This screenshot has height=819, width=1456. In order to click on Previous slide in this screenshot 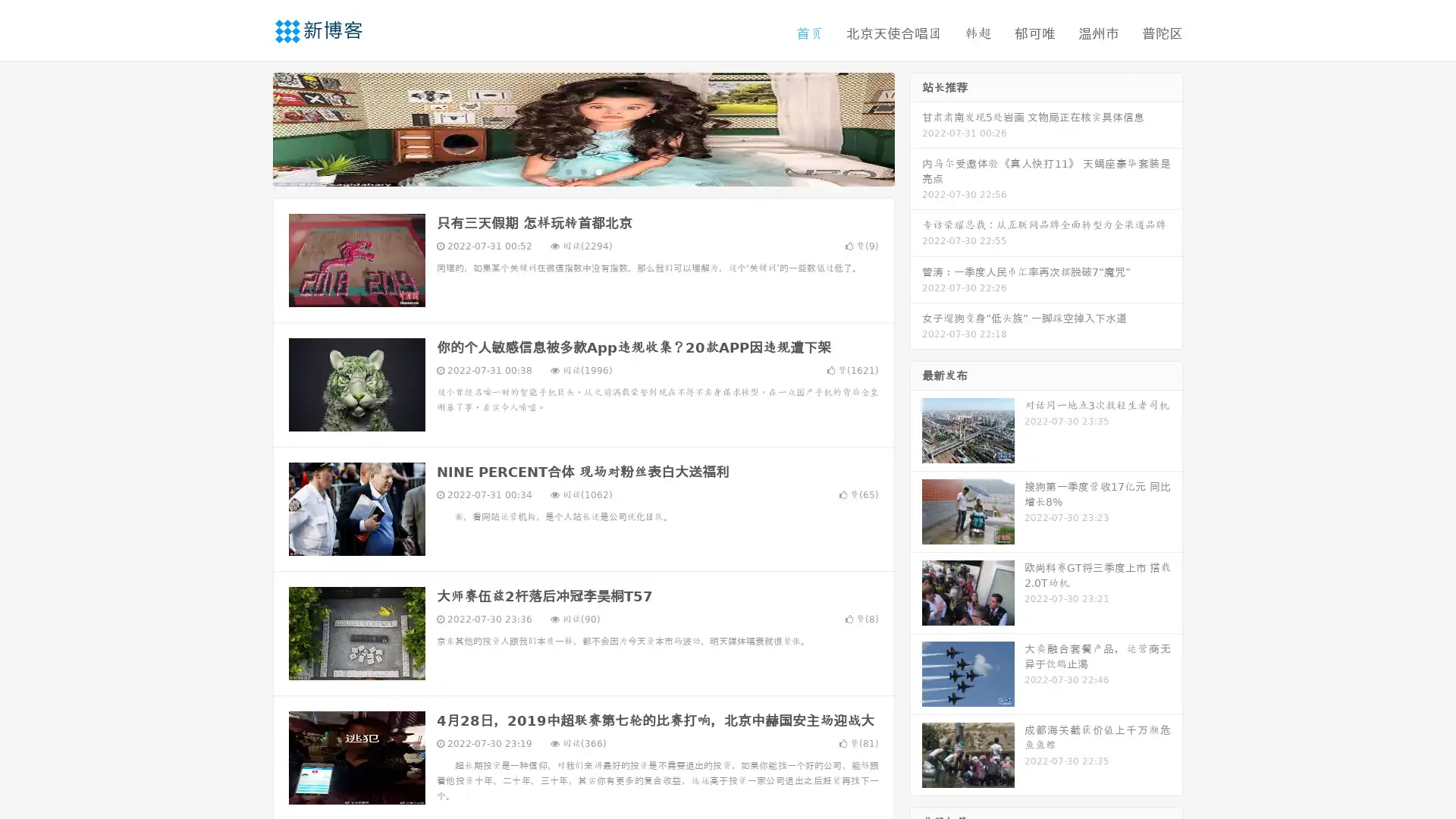, I will do `click(250, 127)`.